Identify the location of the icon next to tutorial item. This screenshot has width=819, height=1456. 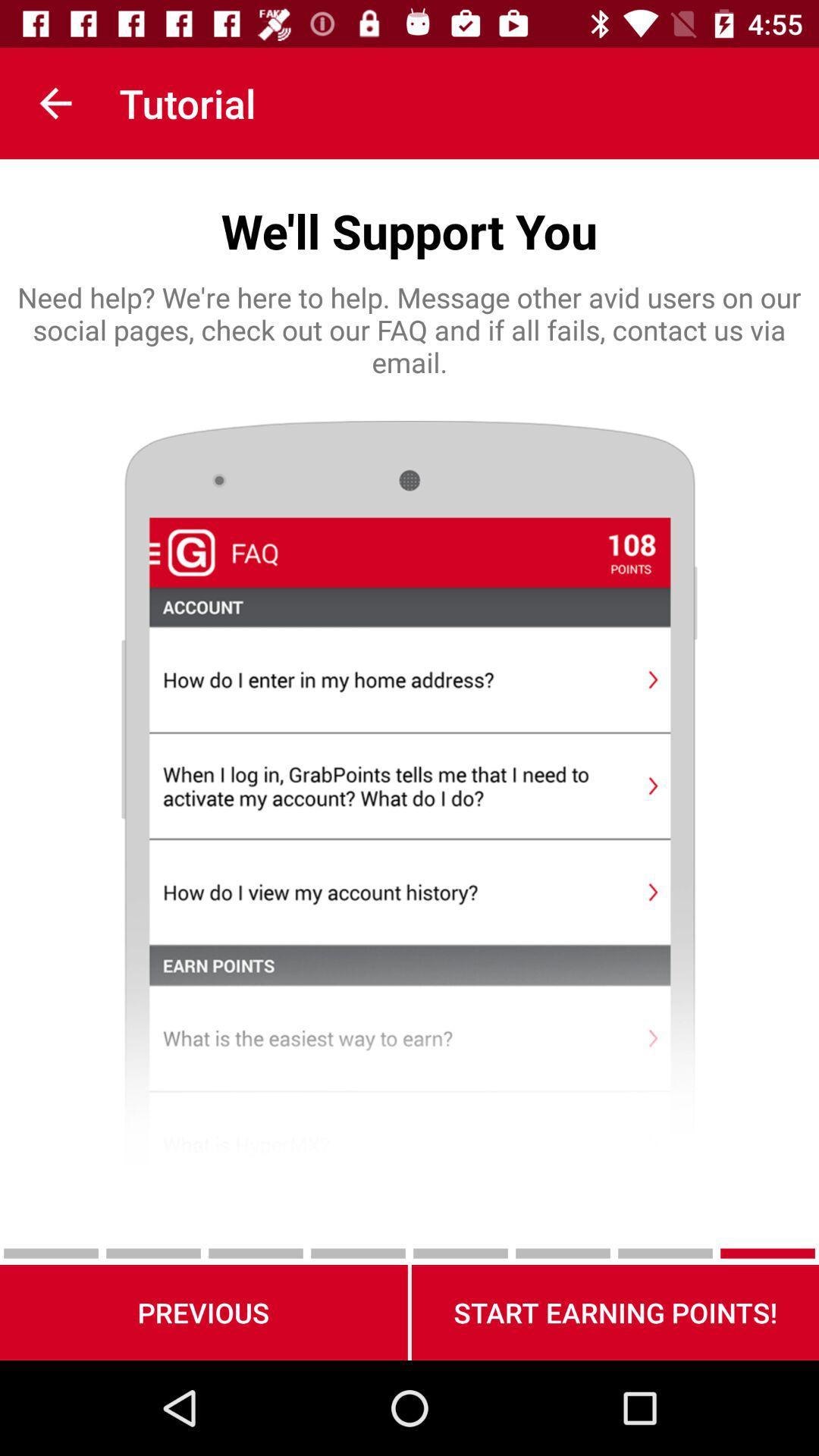
(55, 102).